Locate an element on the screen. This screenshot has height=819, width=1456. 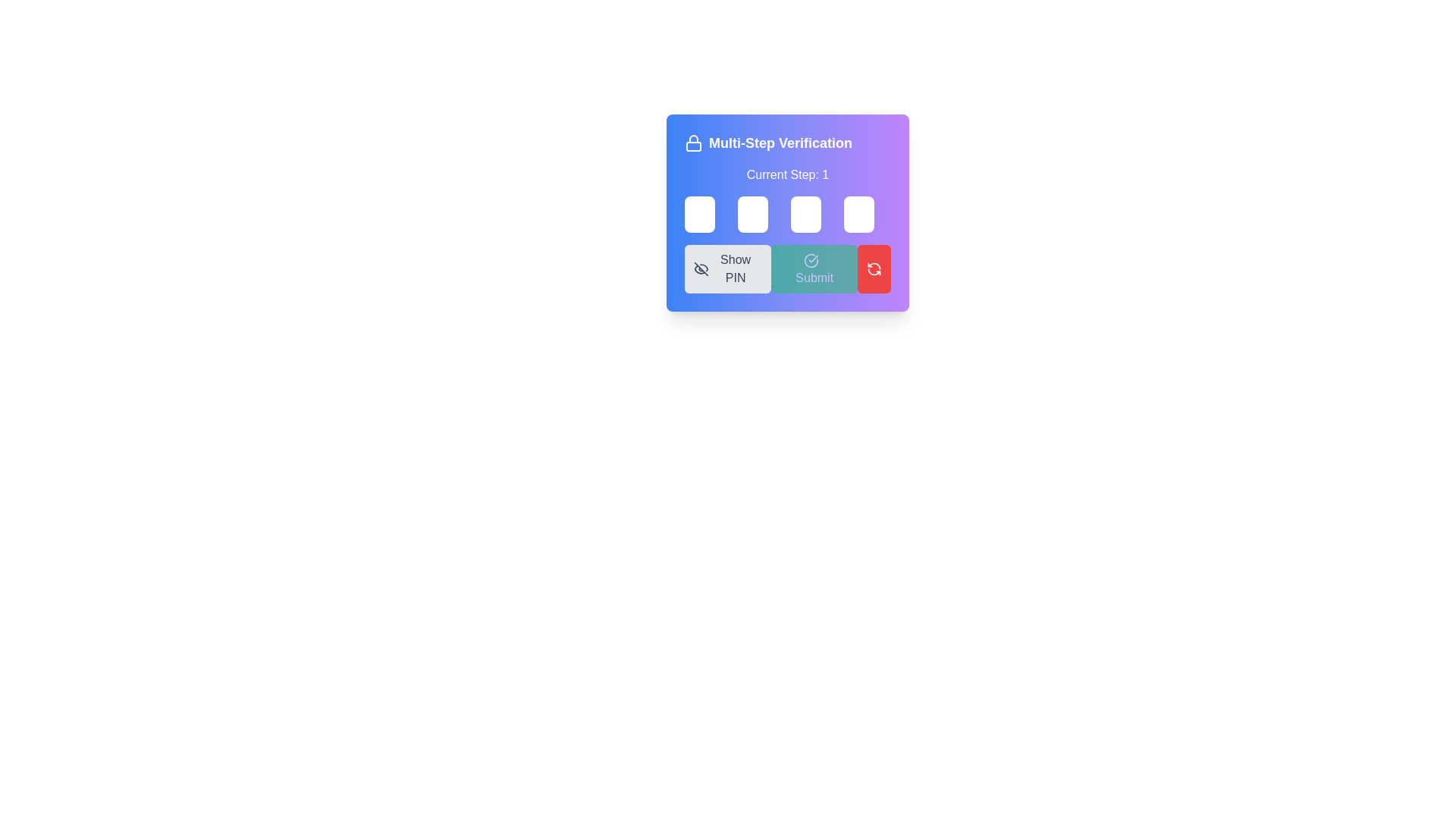
the red rectangular button with a white circular arrow icon, located at the bottom-right corner of the verification module is located at coordinates (874, 268).